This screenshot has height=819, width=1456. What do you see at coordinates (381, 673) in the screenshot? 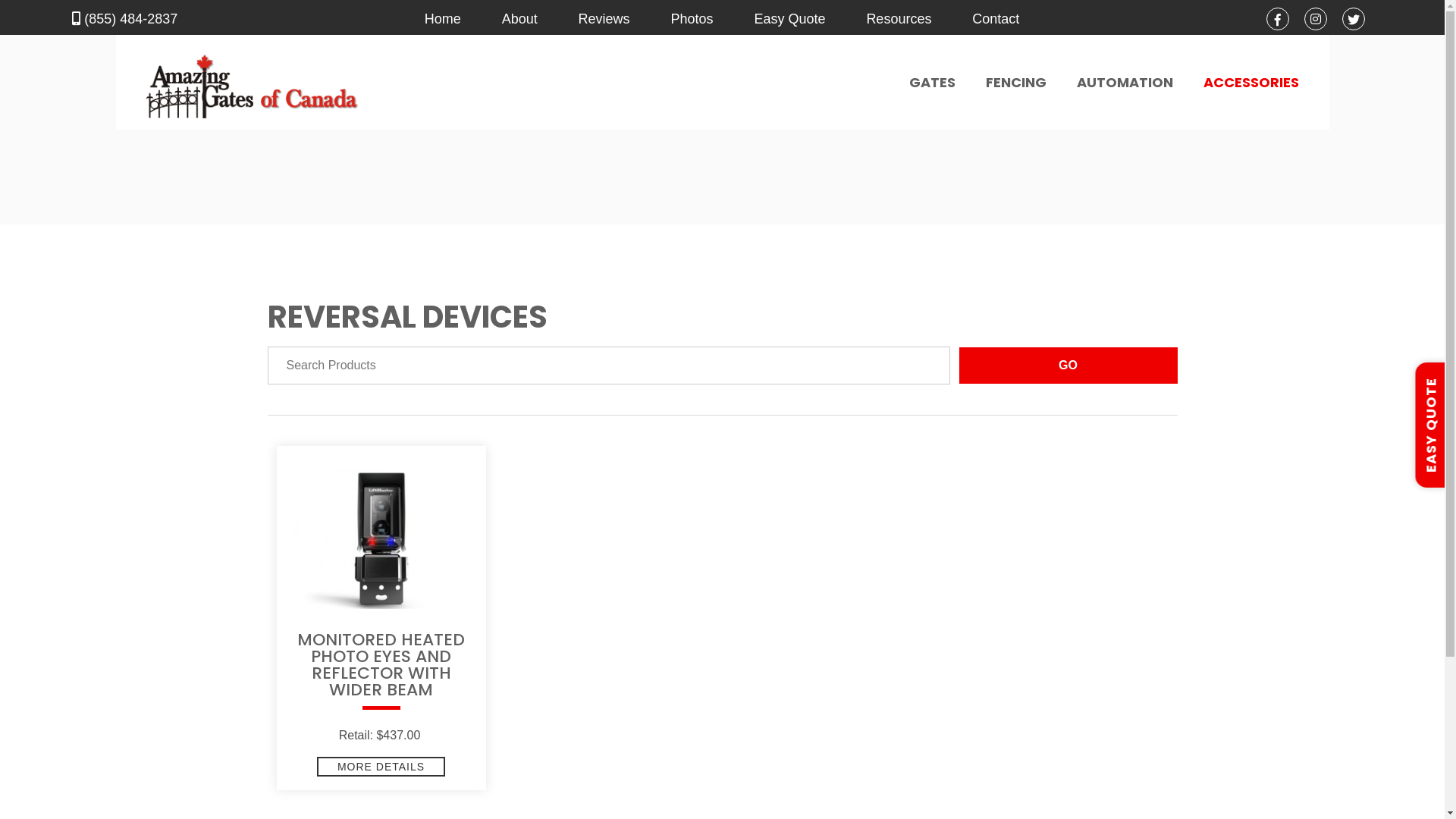
I see `'MONITORED HEATED PHOTO EYES AND REFLECTOR WITH WIDER BEAM'` at bounding box center [381, 673].